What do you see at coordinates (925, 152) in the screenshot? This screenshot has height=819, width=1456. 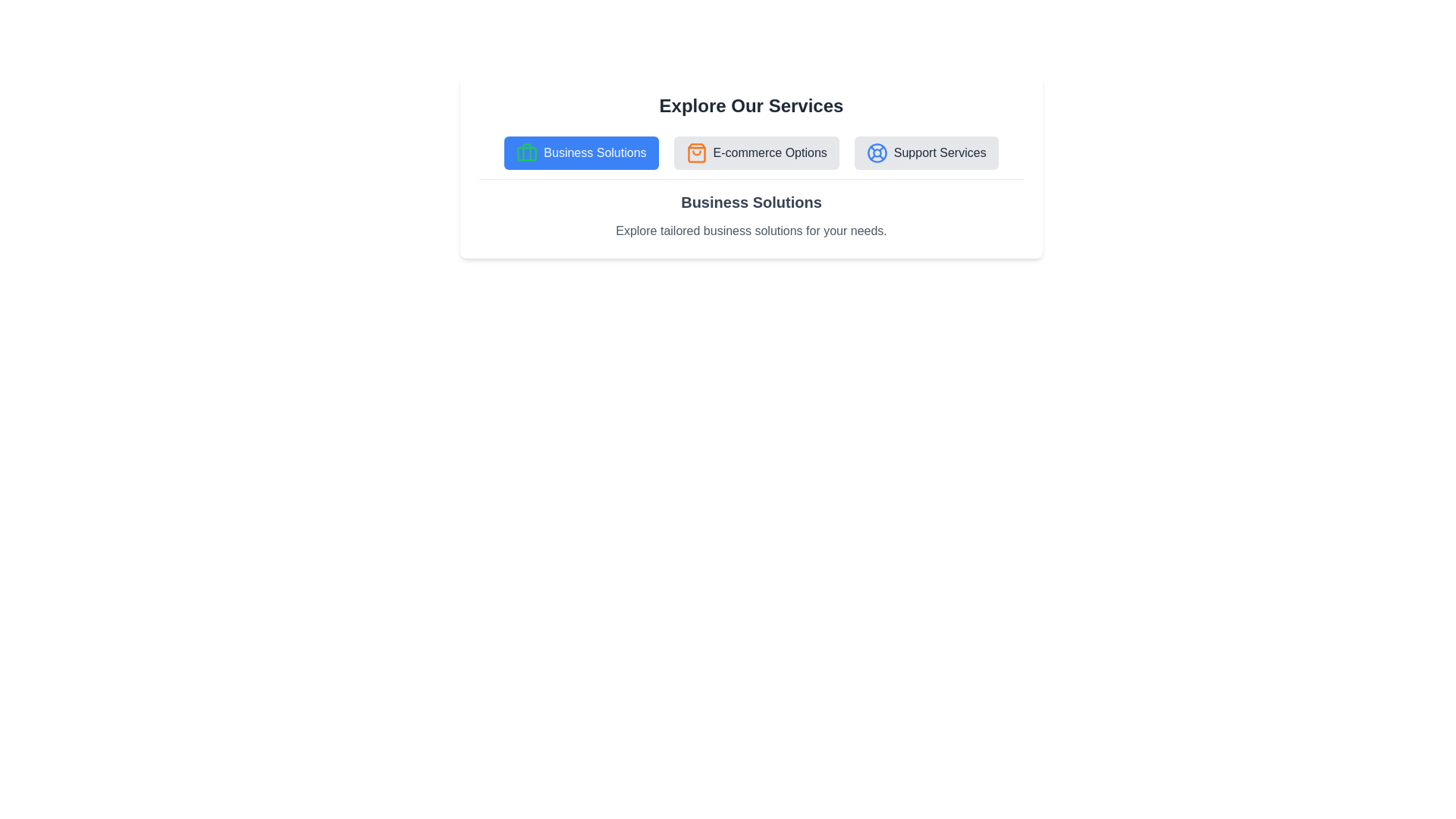 I see `the tab corresponding to Support Services` at bounding box center [925, 152].